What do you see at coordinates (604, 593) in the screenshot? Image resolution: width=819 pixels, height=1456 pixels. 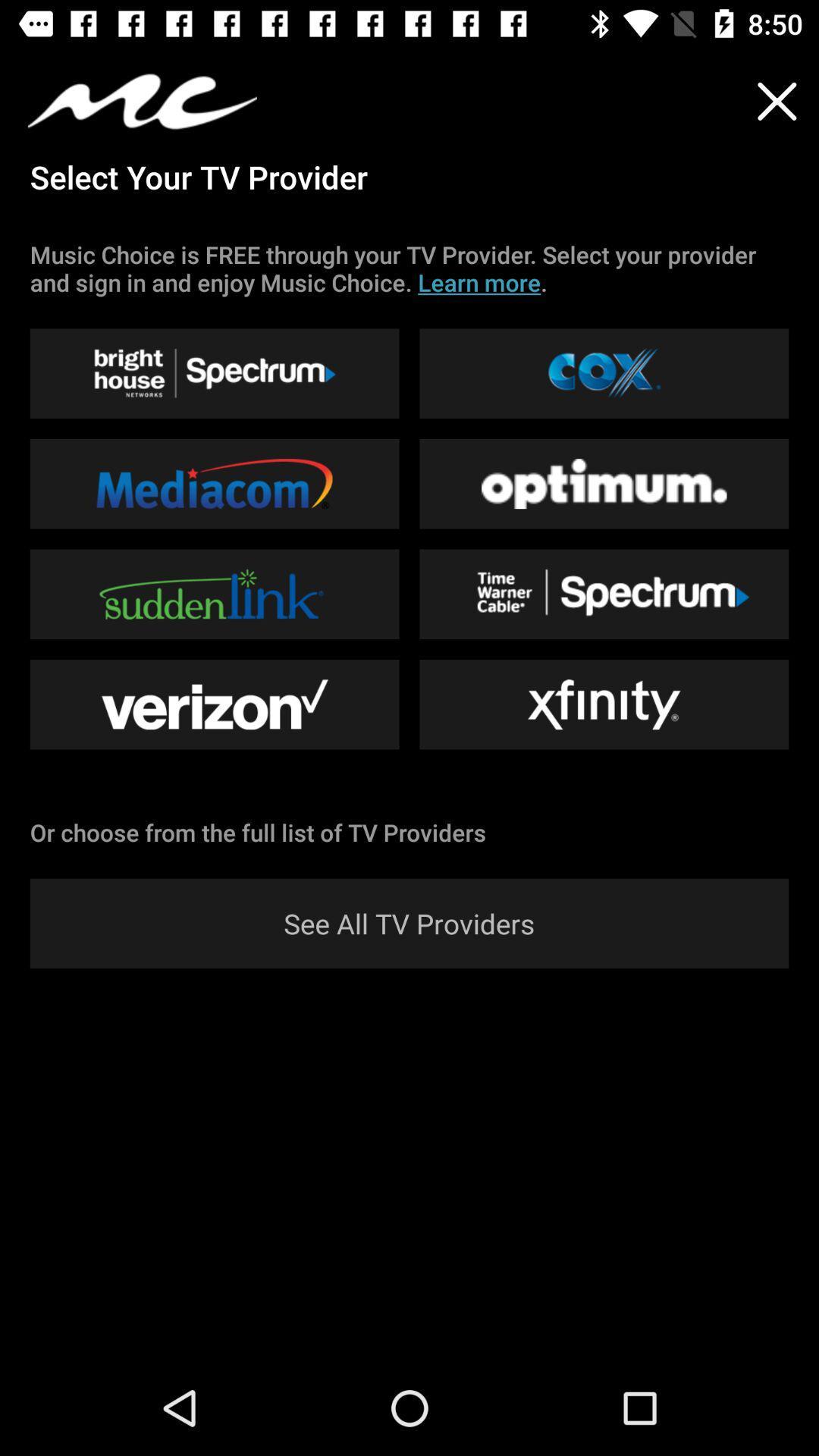 I see `the option beside suddenlink option` at bounding box center [604, 593].